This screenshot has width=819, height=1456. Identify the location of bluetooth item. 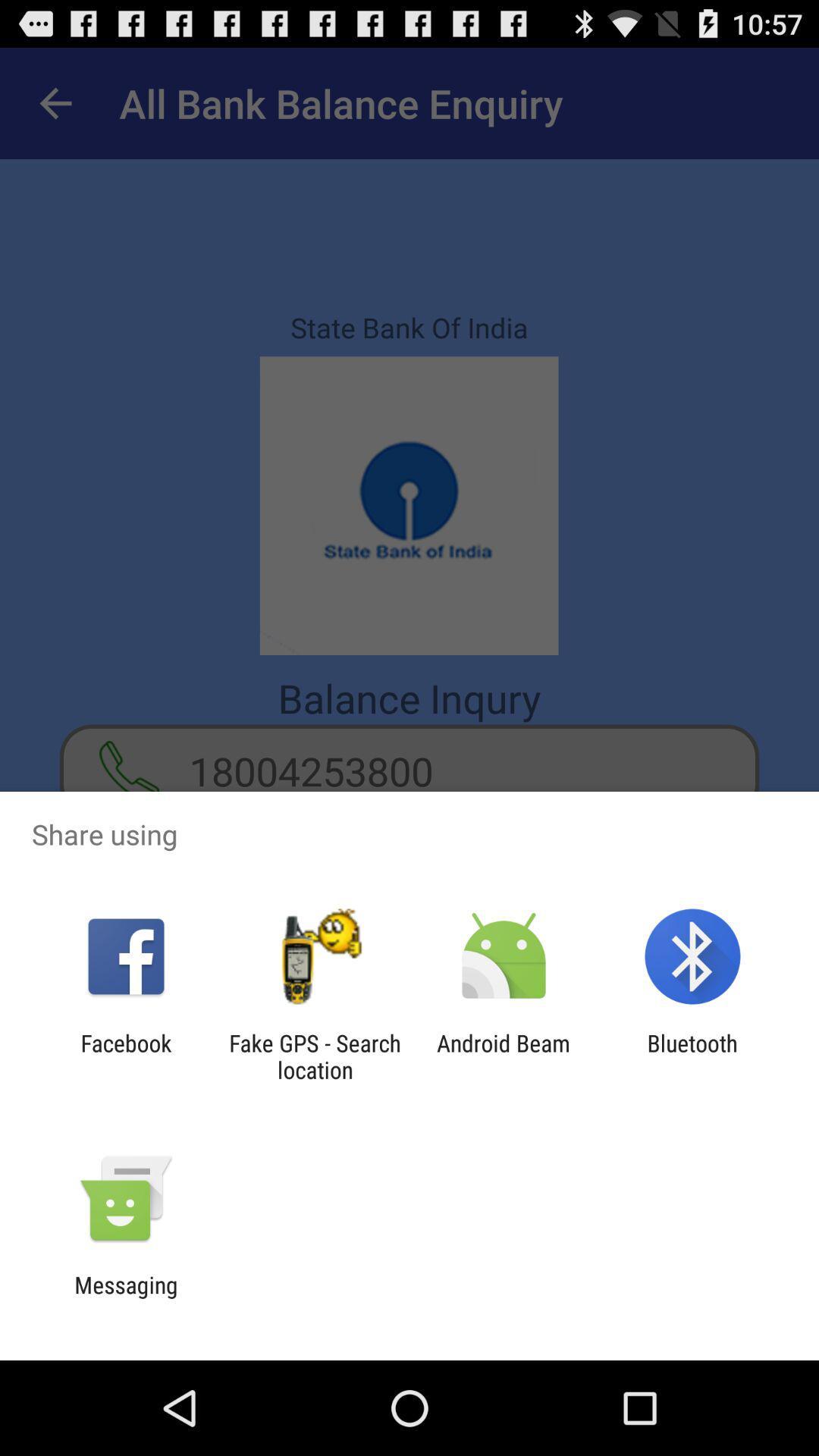
(692, 1056).